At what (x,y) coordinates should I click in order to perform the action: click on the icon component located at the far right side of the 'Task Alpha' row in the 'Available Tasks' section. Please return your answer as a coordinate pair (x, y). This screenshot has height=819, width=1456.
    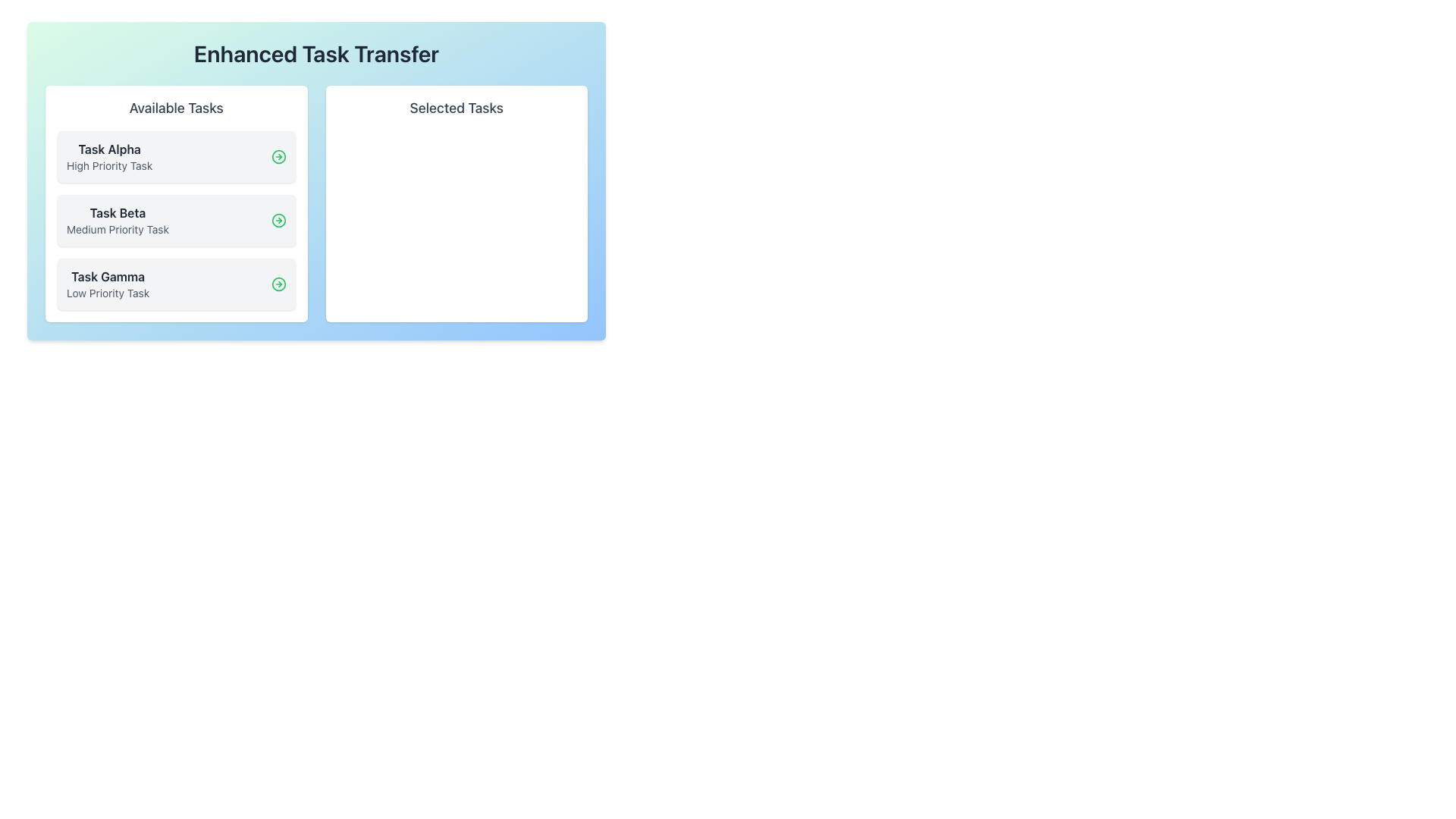
    Looking at the image, I should click on (278, 157).